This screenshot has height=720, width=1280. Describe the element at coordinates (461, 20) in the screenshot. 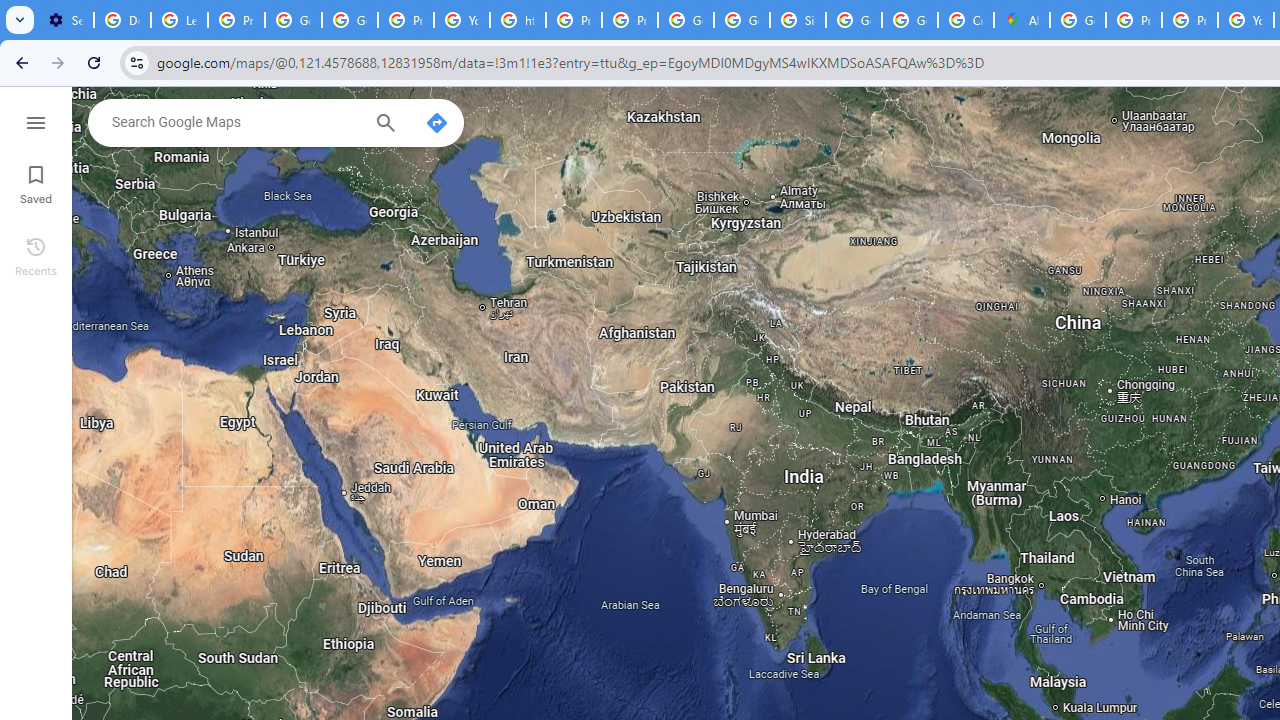

I see `'YouTube'` at that location.